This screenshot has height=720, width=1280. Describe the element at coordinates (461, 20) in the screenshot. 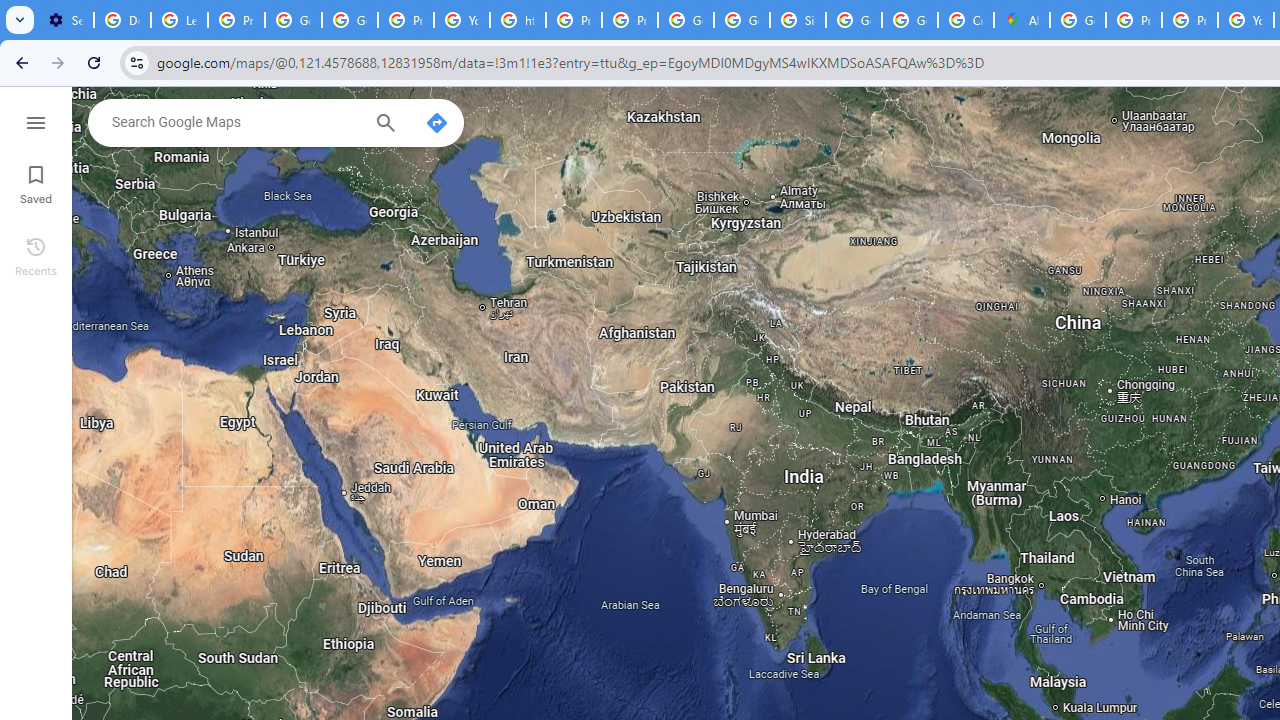

I see `'YouTube'` at that location.